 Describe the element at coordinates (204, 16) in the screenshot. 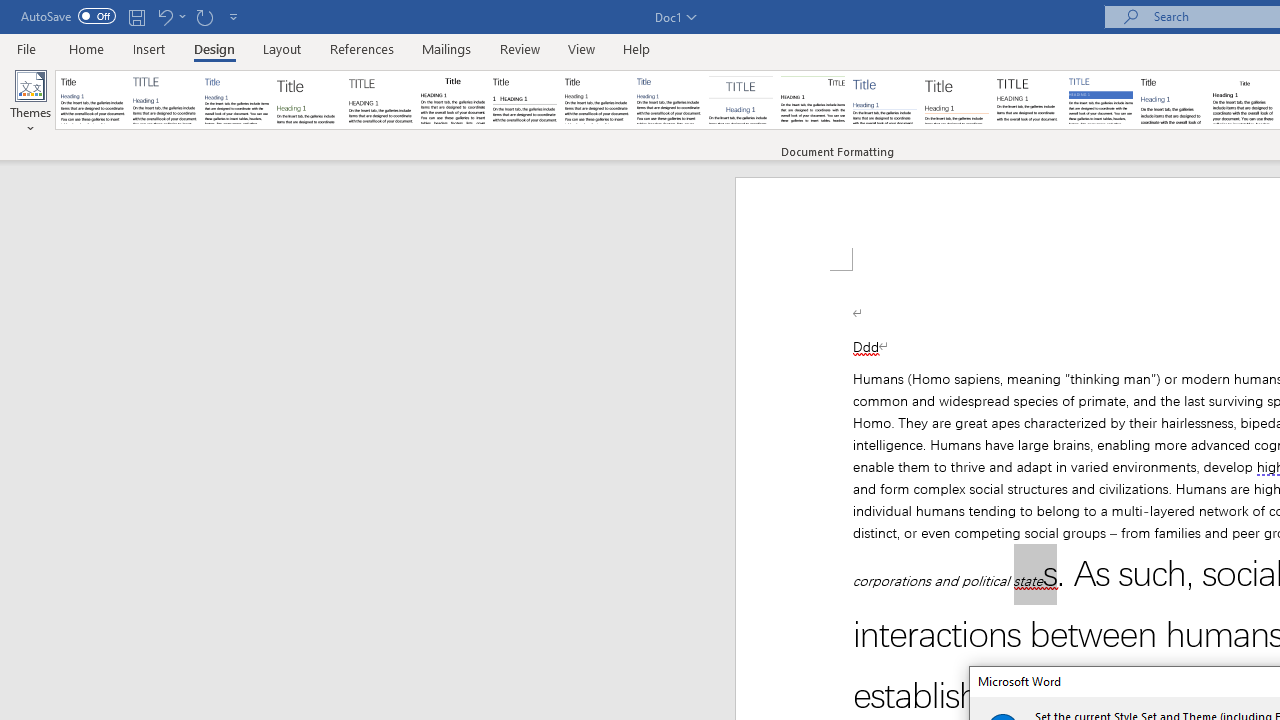

I see `'Repeat Accessibility Checker'` at that location.